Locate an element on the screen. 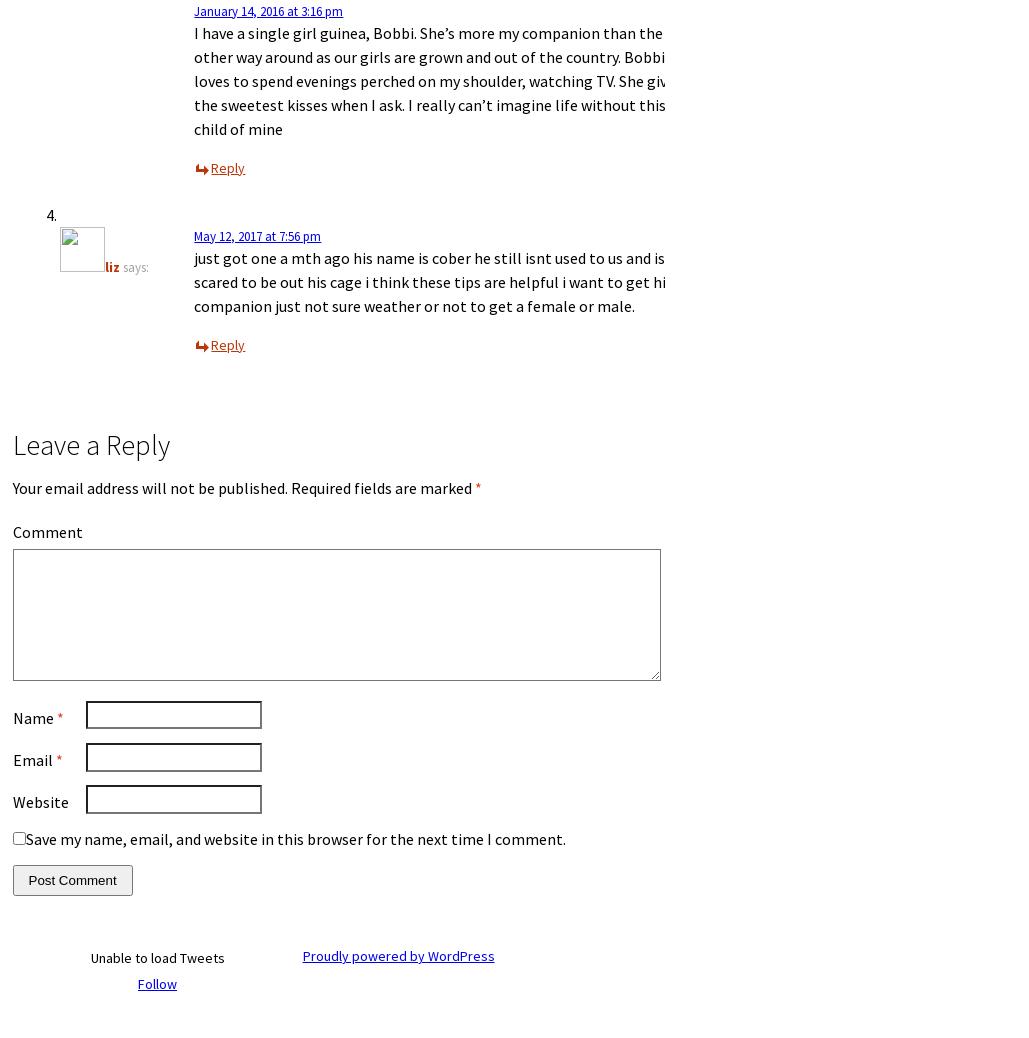 This screenshot has width=1029, height=1038. 'just got one a mth ago his name is cober he still isnt used to us and is scared to be out his cage i think these tips are helpful i want to get him a companion just not sure weather or not to get a female or male.' is located at coordinates (193, 280).